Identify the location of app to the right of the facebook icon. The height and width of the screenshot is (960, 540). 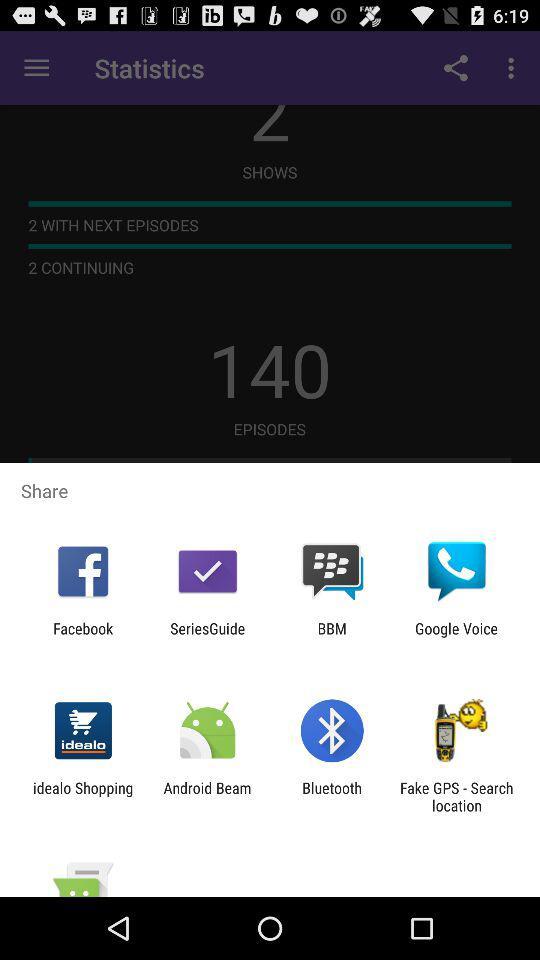
(206, 636).